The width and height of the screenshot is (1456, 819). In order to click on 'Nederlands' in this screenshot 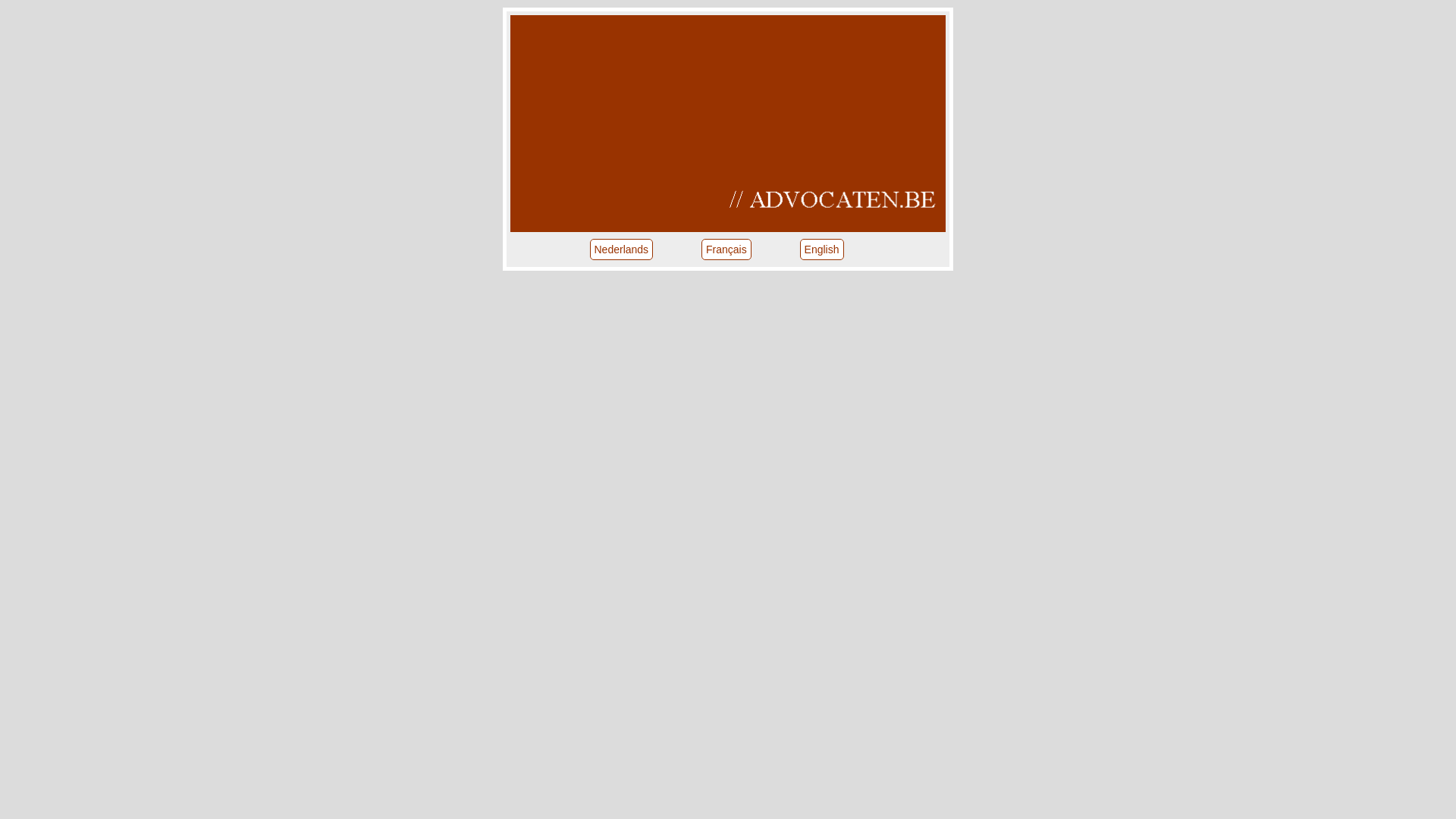, I will do `click(622, 248)`.